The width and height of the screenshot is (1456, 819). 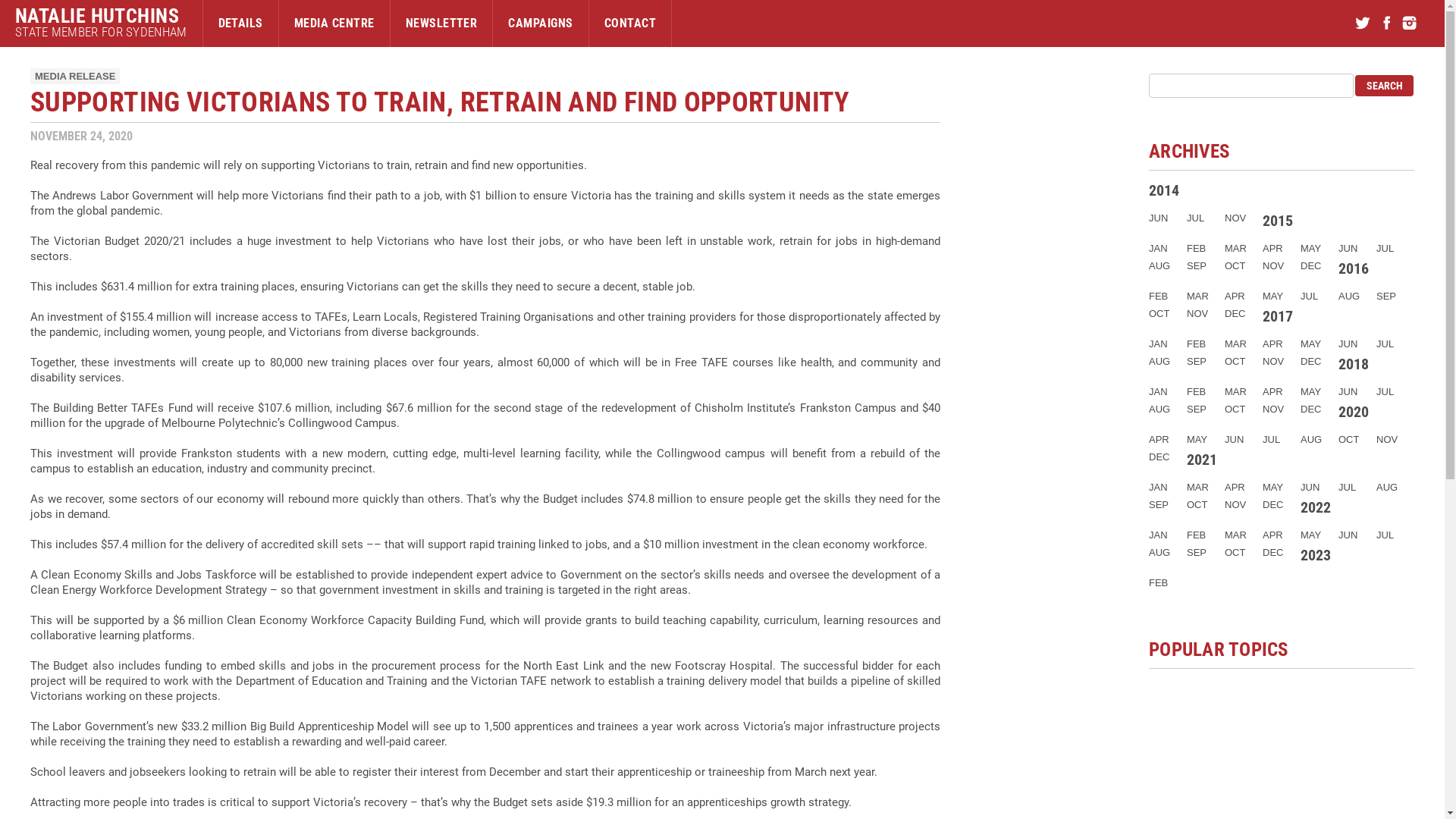 What do you see at coordinates (240, 23) in the screenshot?
I see `'DETAILS'` at bounding box center [240, 23].